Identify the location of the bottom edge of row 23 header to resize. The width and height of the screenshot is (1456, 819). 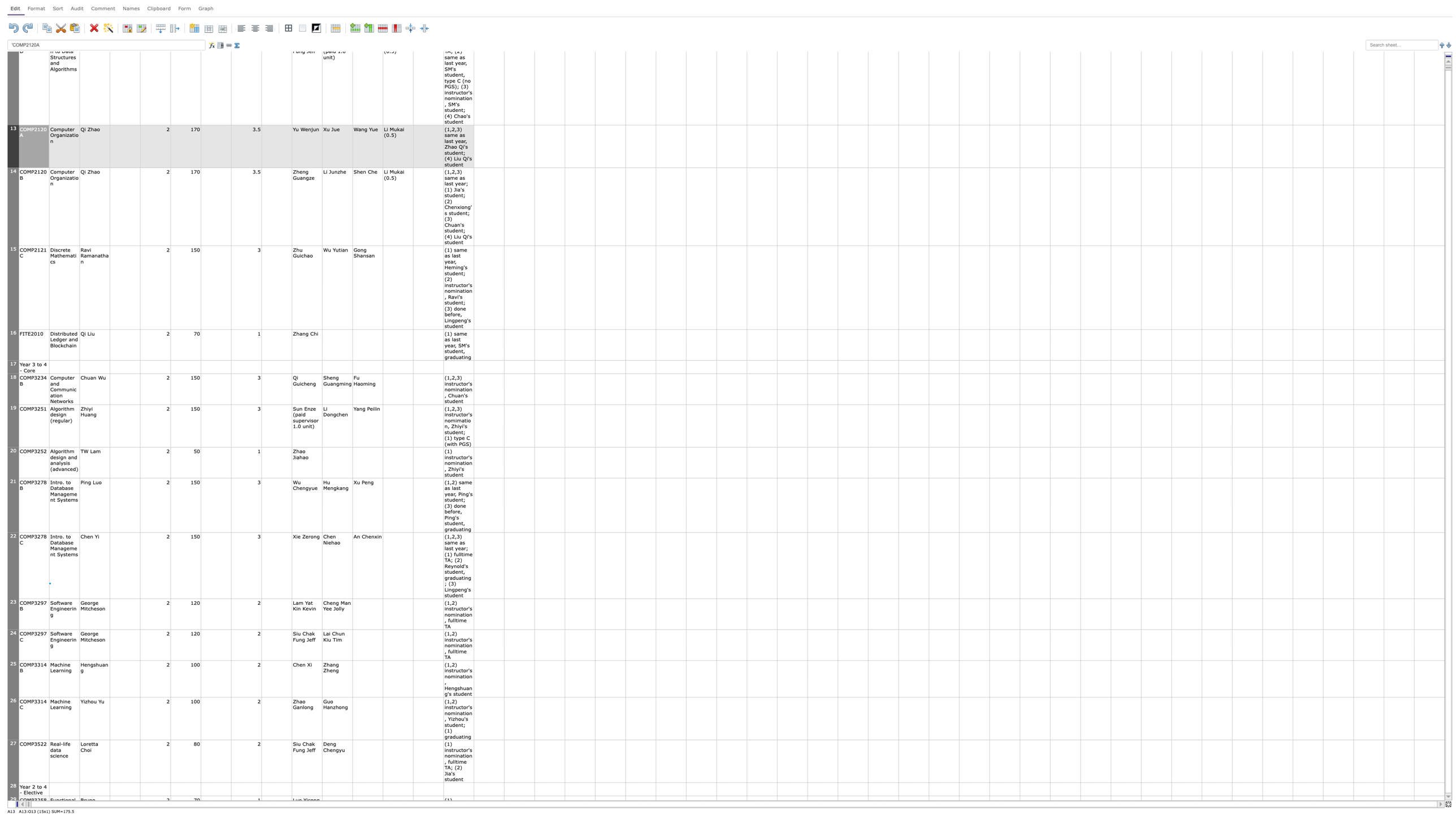
(13, 629).